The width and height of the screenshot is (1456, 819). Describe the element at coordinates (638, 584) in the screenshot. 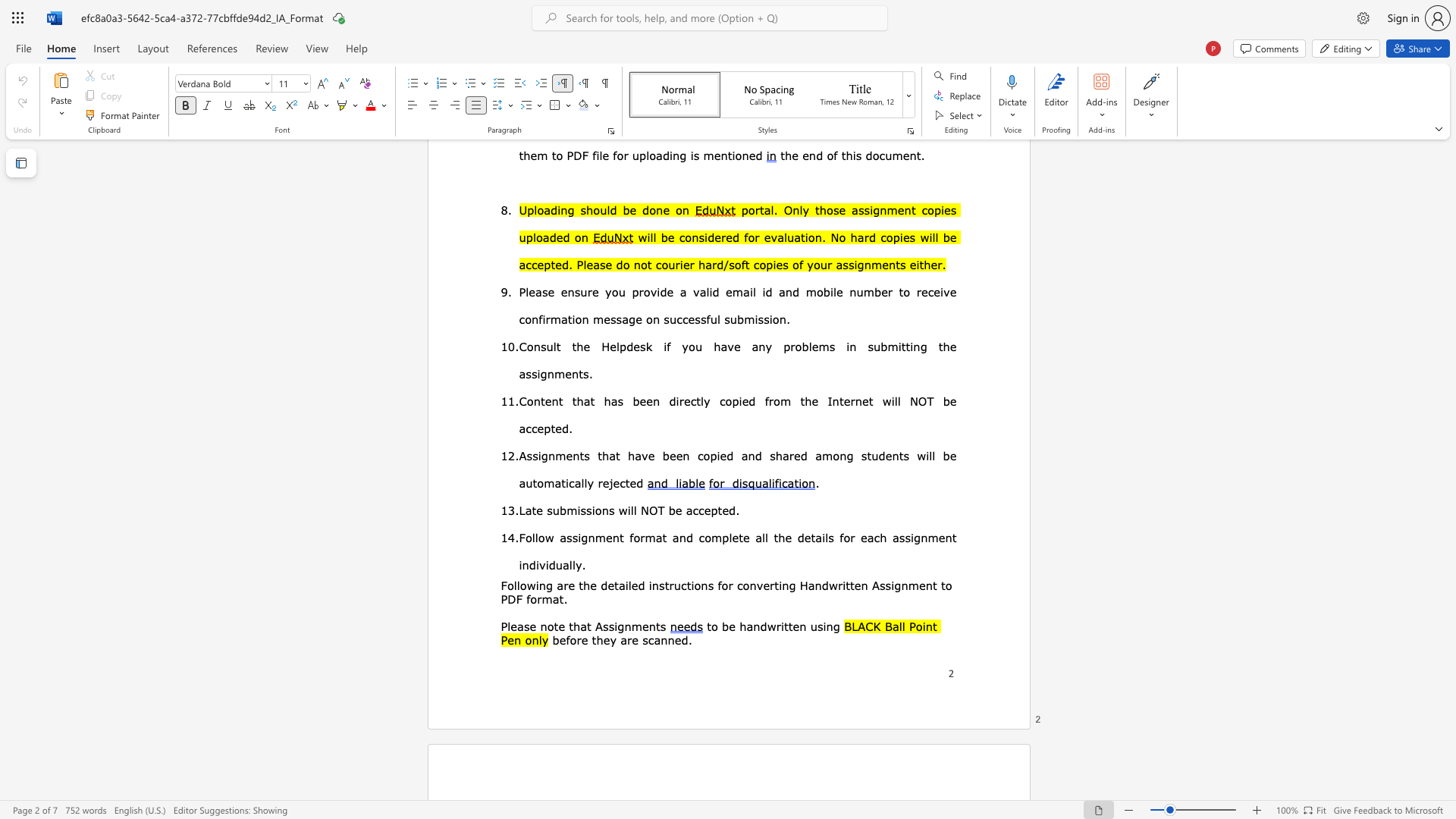

I see `the subset text "d i" within the text "detailed i"` at that location.